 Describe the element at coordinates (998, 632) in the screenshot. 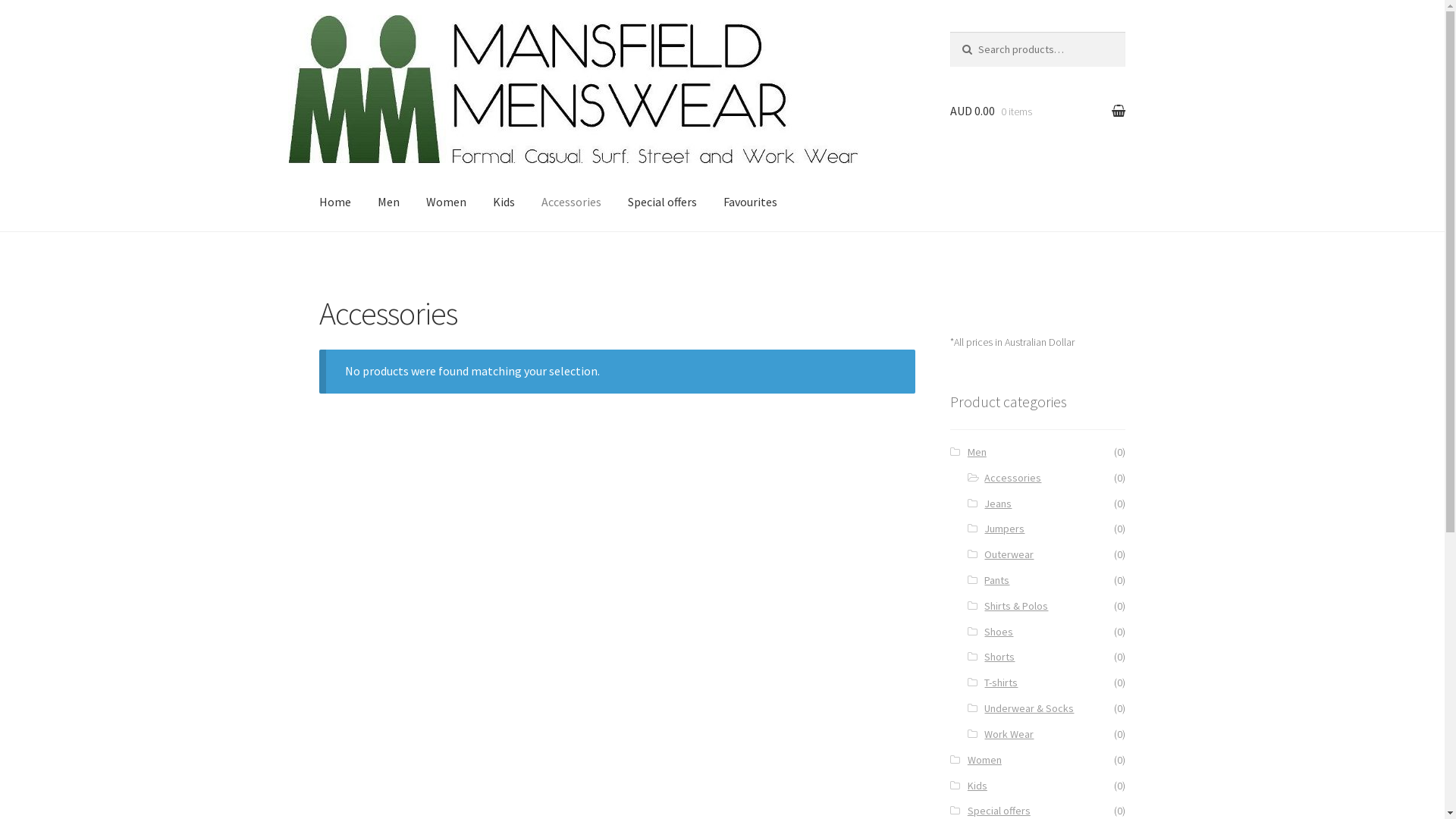

I see `'Shoes'` at that location.